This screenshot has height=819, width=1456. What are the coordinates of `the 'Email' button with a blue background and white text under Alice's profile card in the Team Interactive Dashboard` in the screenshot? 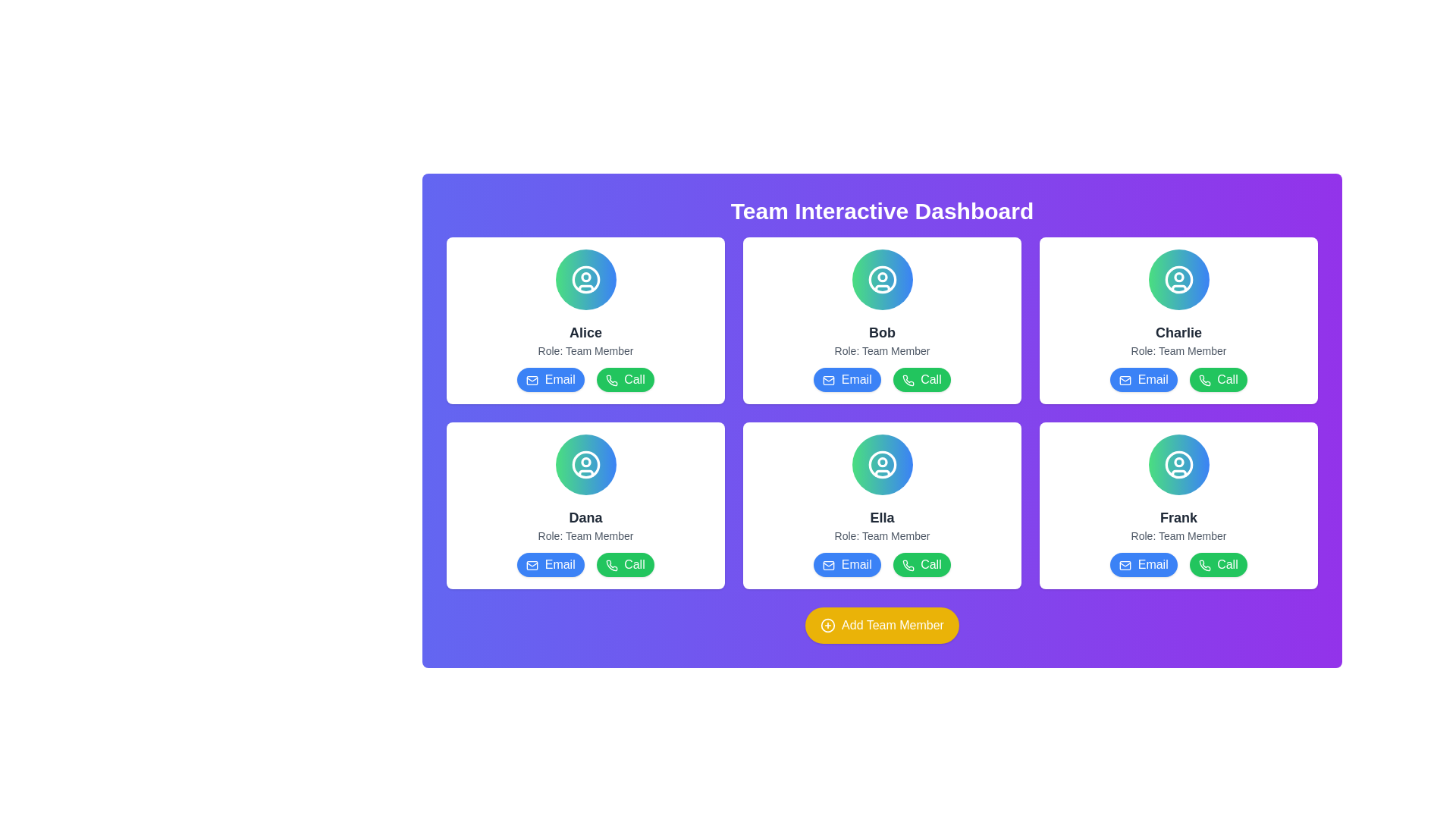 It's located at (550, 379).